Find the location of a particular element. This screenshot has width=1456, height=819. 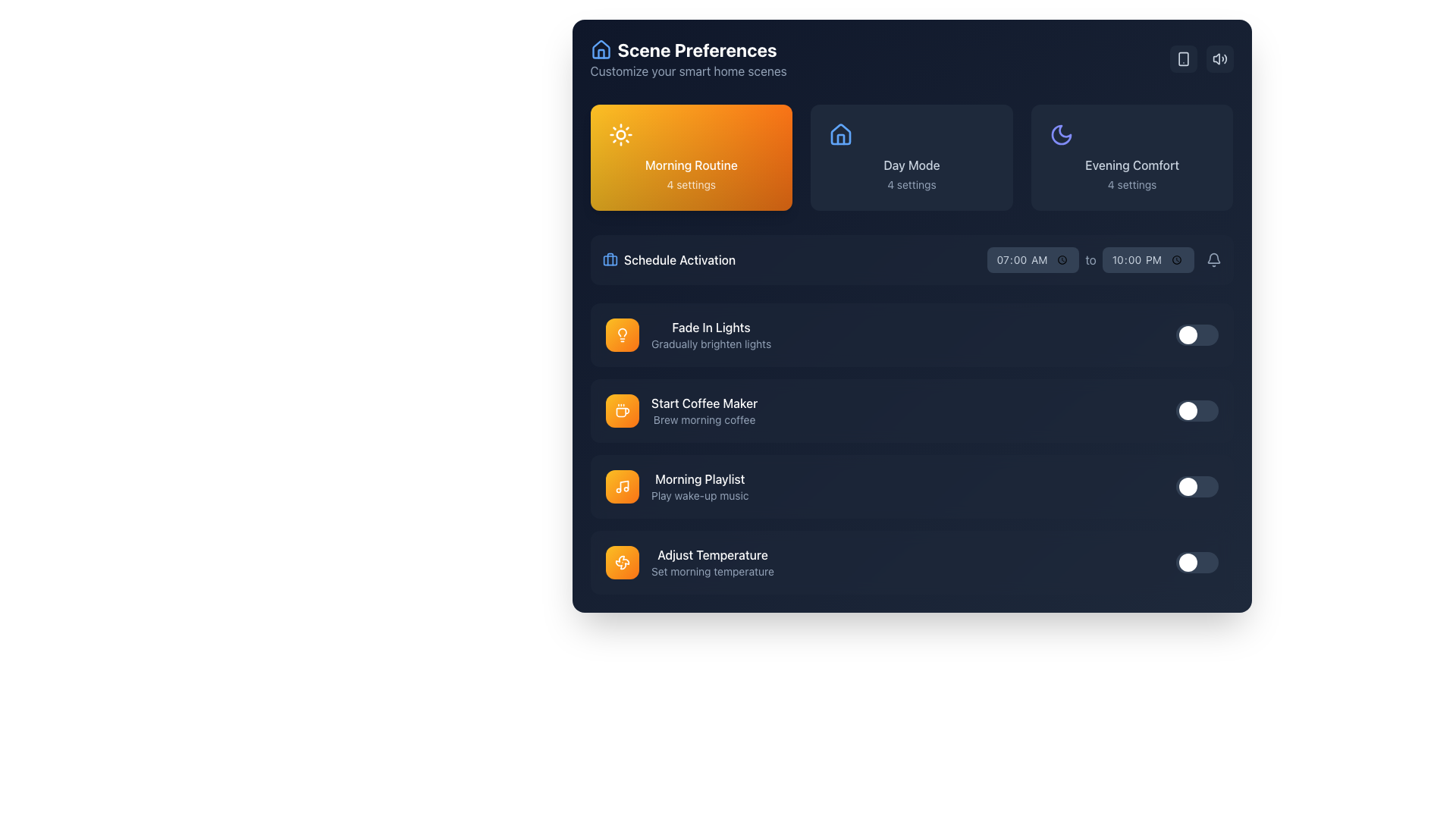

the icons in the interactive bar labeled 'Schedule Activation' is located at coordinates (911, 259).